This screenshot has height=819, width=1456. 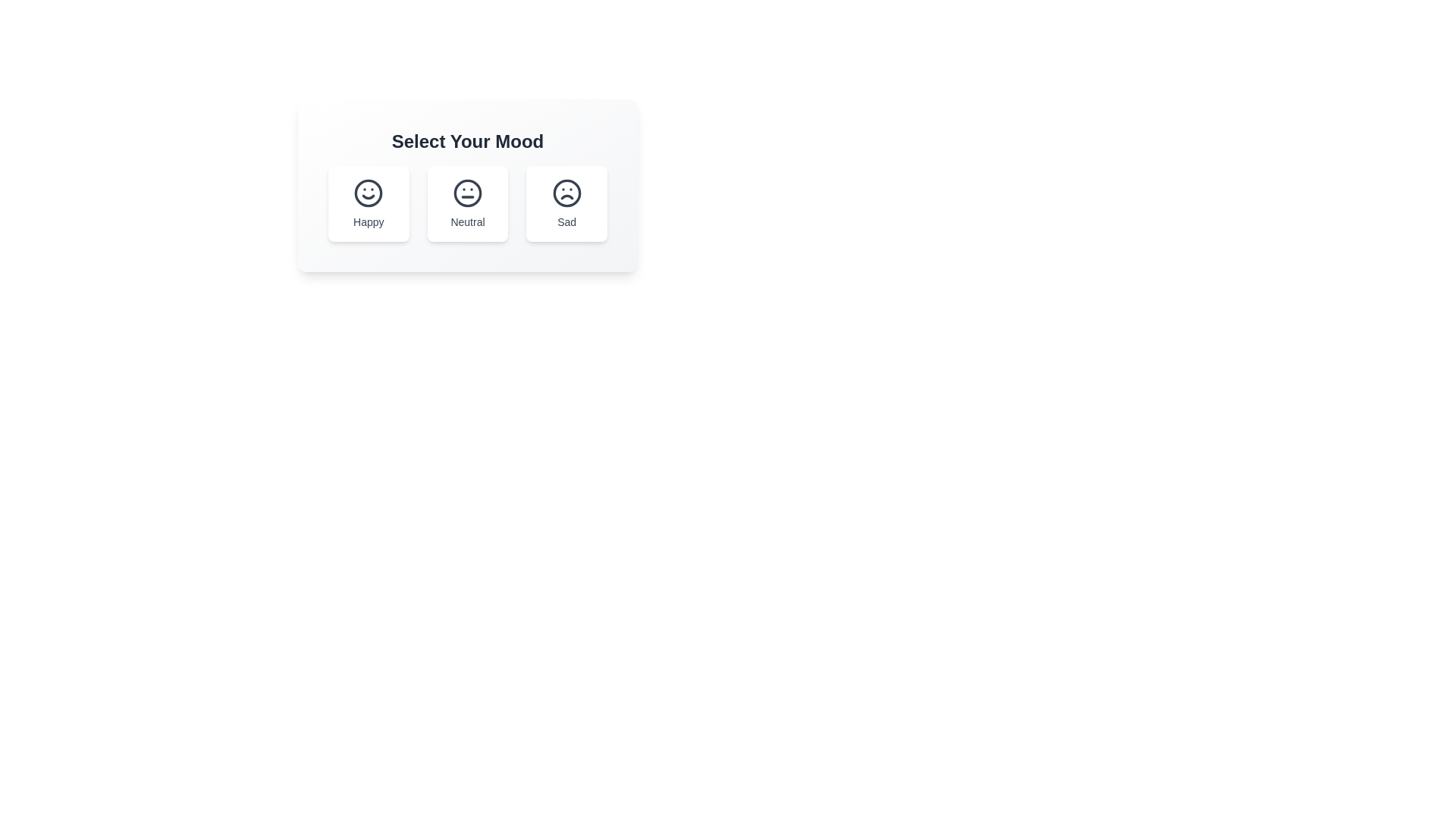 I want to click on the Neutral button to select the corresponding mood, so click(x=467, y=203).